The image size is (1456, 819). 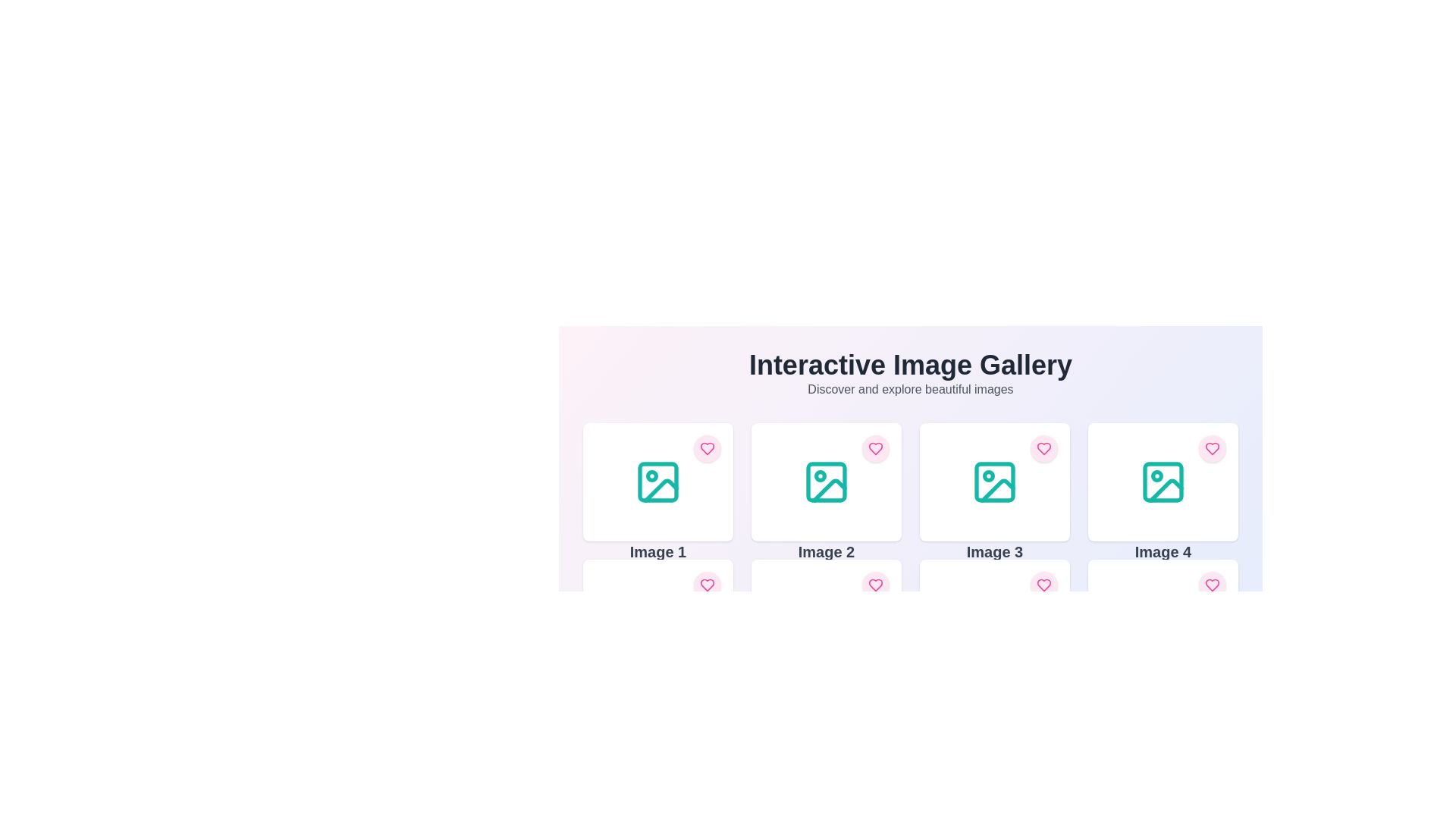 I want to click on SVG rectangle element that represents an image placeholder, located at the center of the third image card in the top row of the gallery interface, so click(x=994, y=482).